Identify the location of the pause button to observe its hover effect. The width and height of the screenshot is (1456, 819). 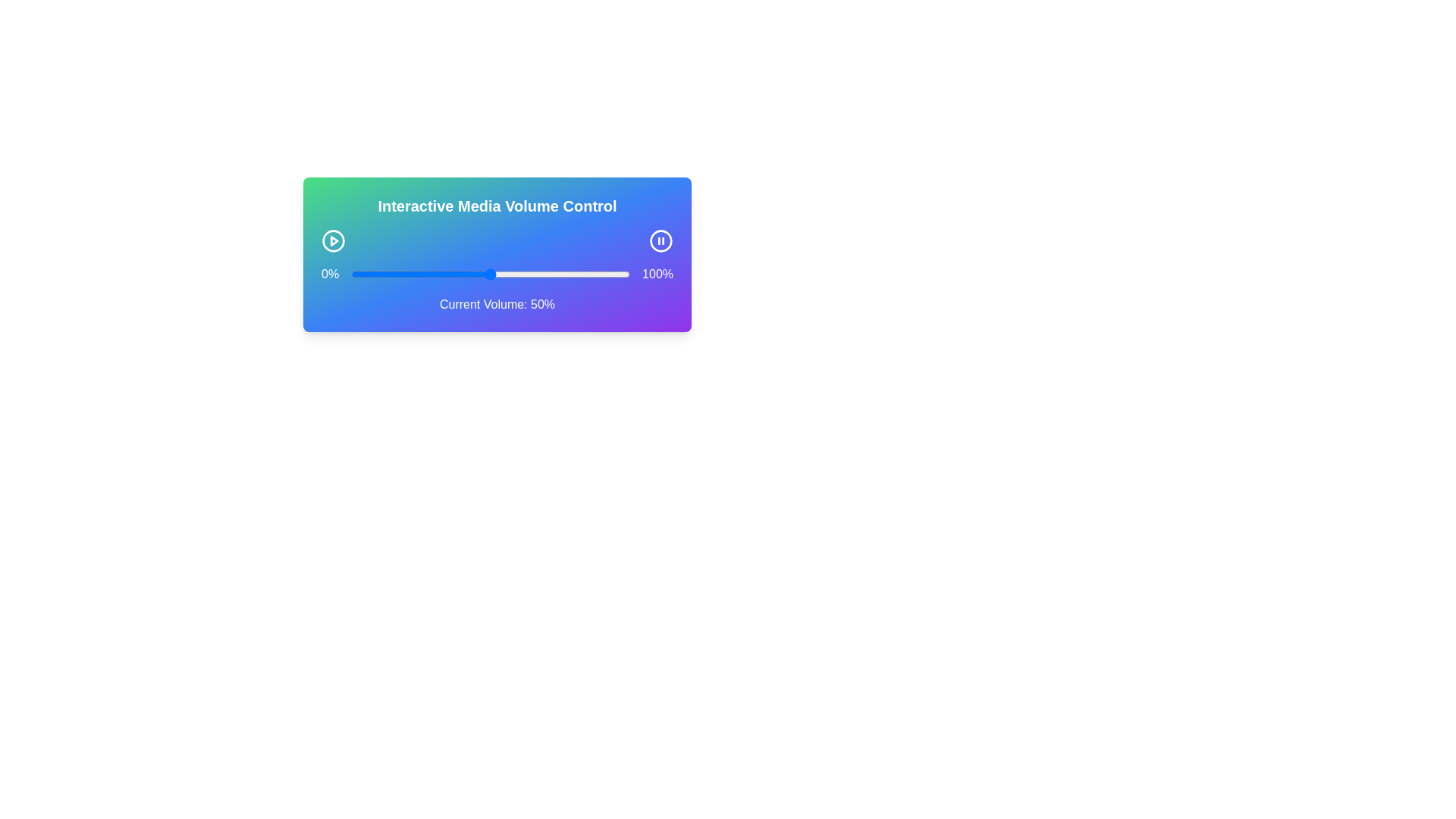
(661, 240).